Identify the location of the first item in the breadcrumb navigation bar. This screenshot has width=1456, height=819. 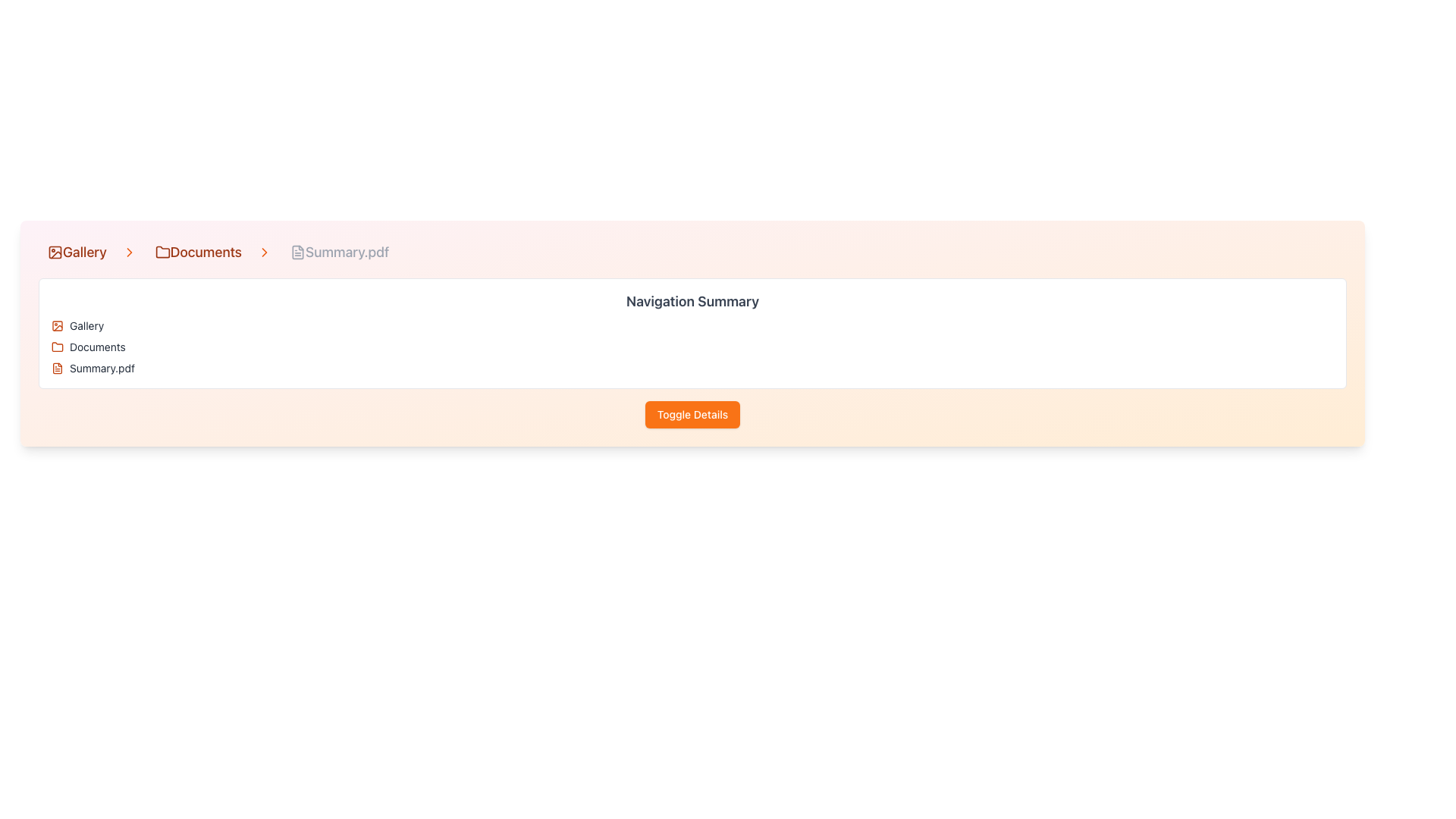
(86, 251).